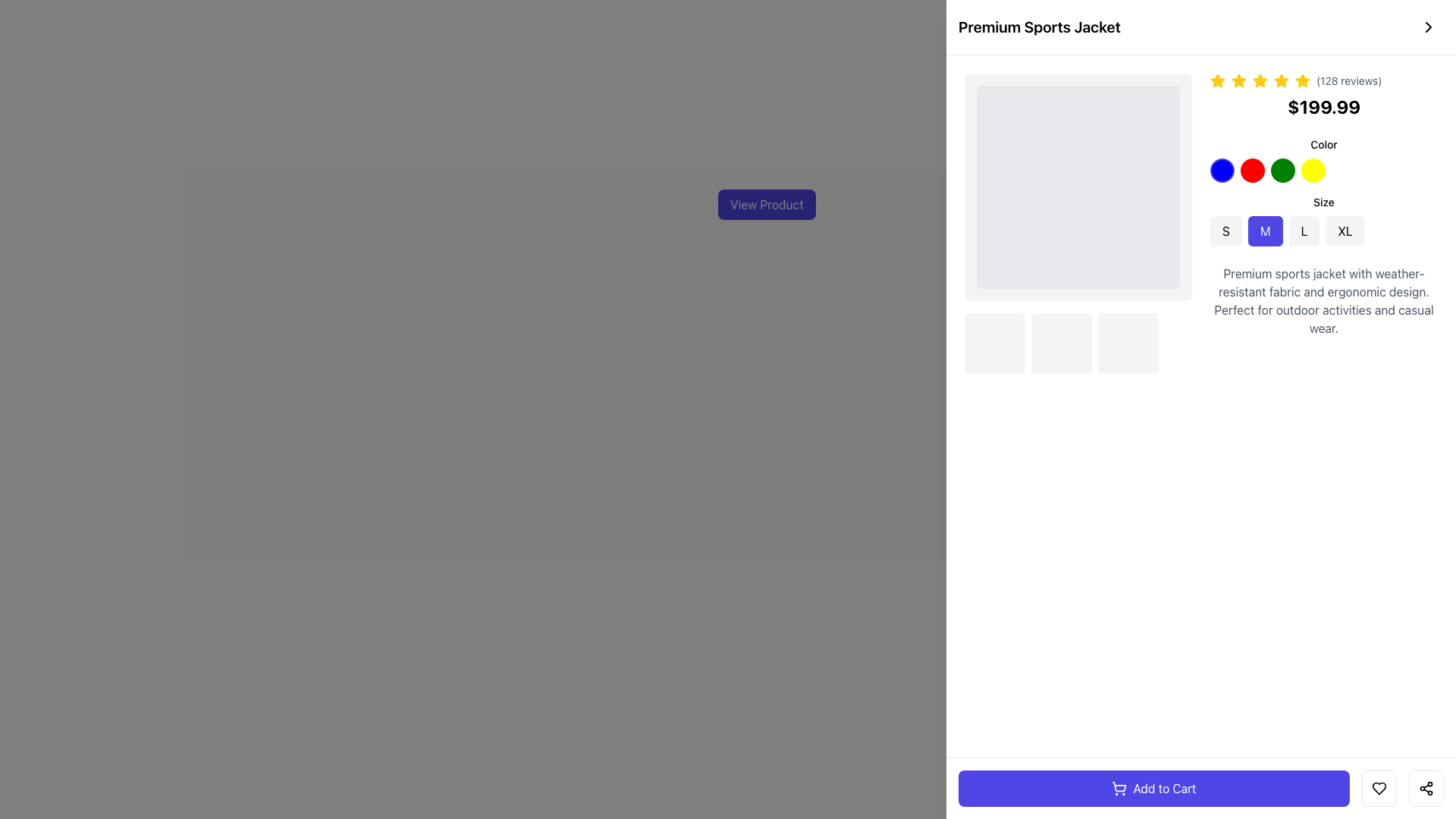  Describe the element at coordinates (1218, 81) in the screenshot. I see `the first yellow star icon indicating a rating feature, located above '(128 reviews)' next to the product title 'Premium Sports Jacket'` at that location.